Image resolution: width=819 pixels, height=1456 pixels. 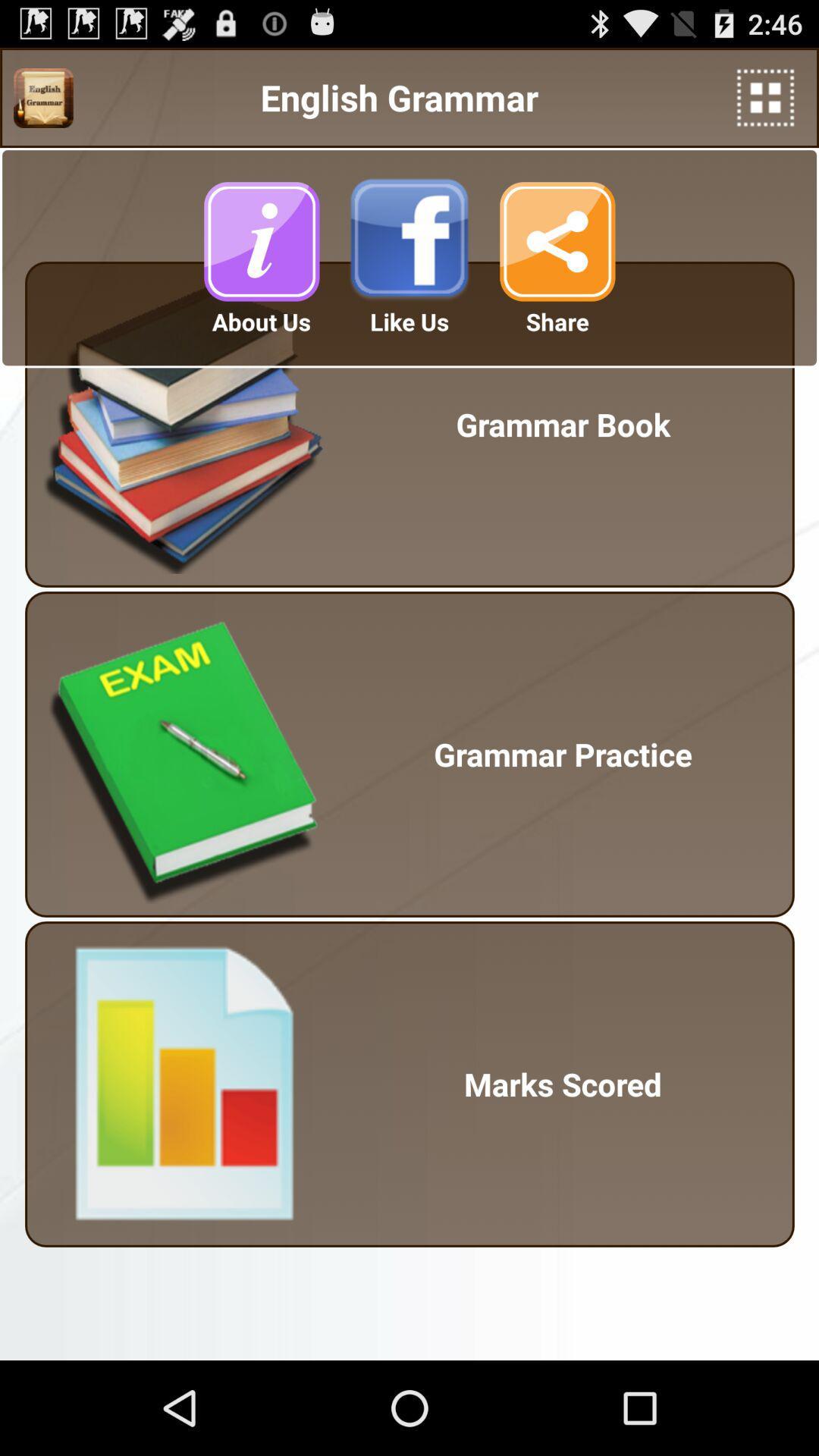 What do you see at coordinates (409, 240) in the screenshot?
I see `go facebook` at bounding box center [409, 240].